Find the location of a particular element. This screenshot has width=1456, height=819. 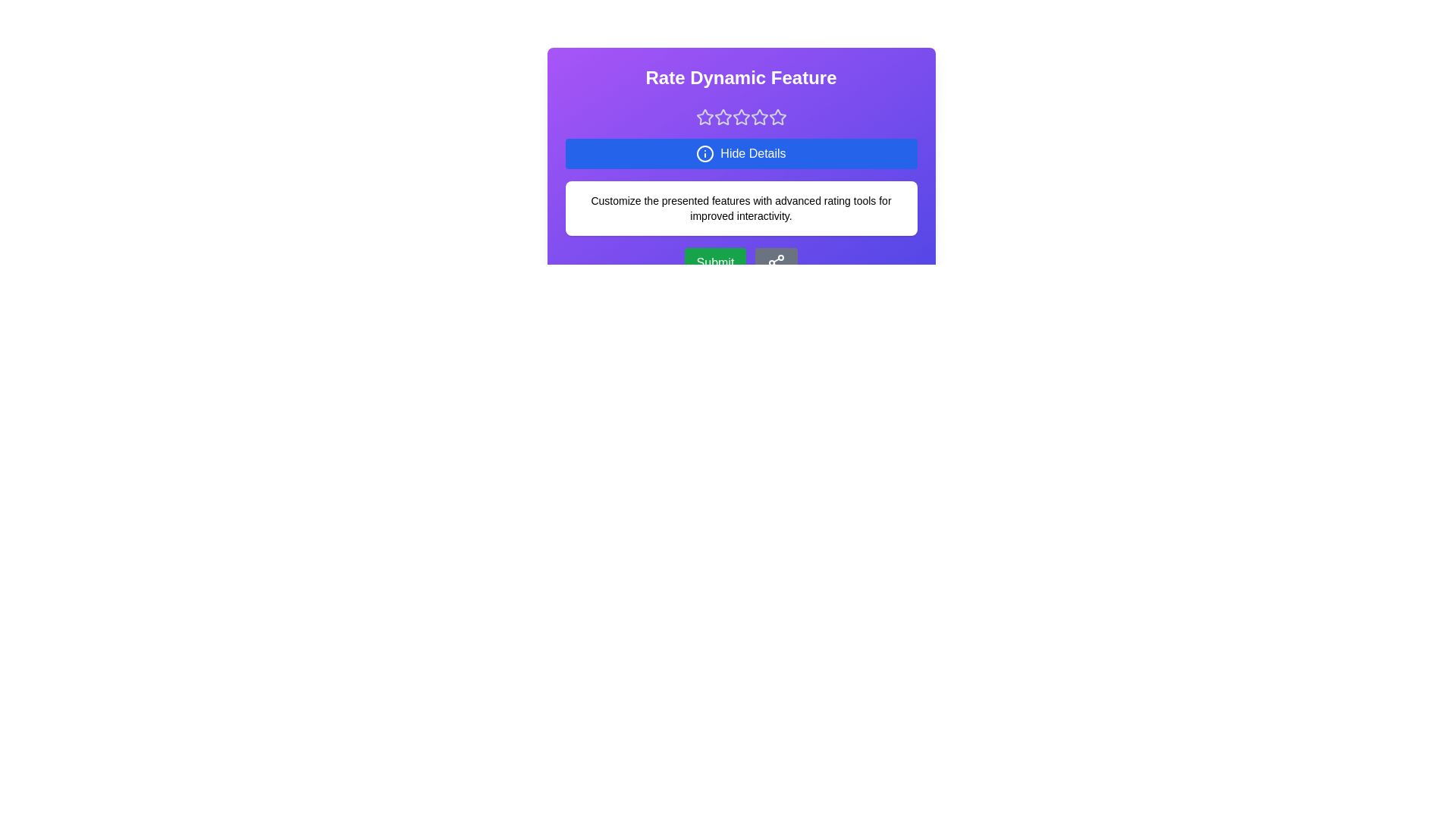

the 'Hide Details' button to toggle the visibility of the details section is located at coordinates (741, 154).